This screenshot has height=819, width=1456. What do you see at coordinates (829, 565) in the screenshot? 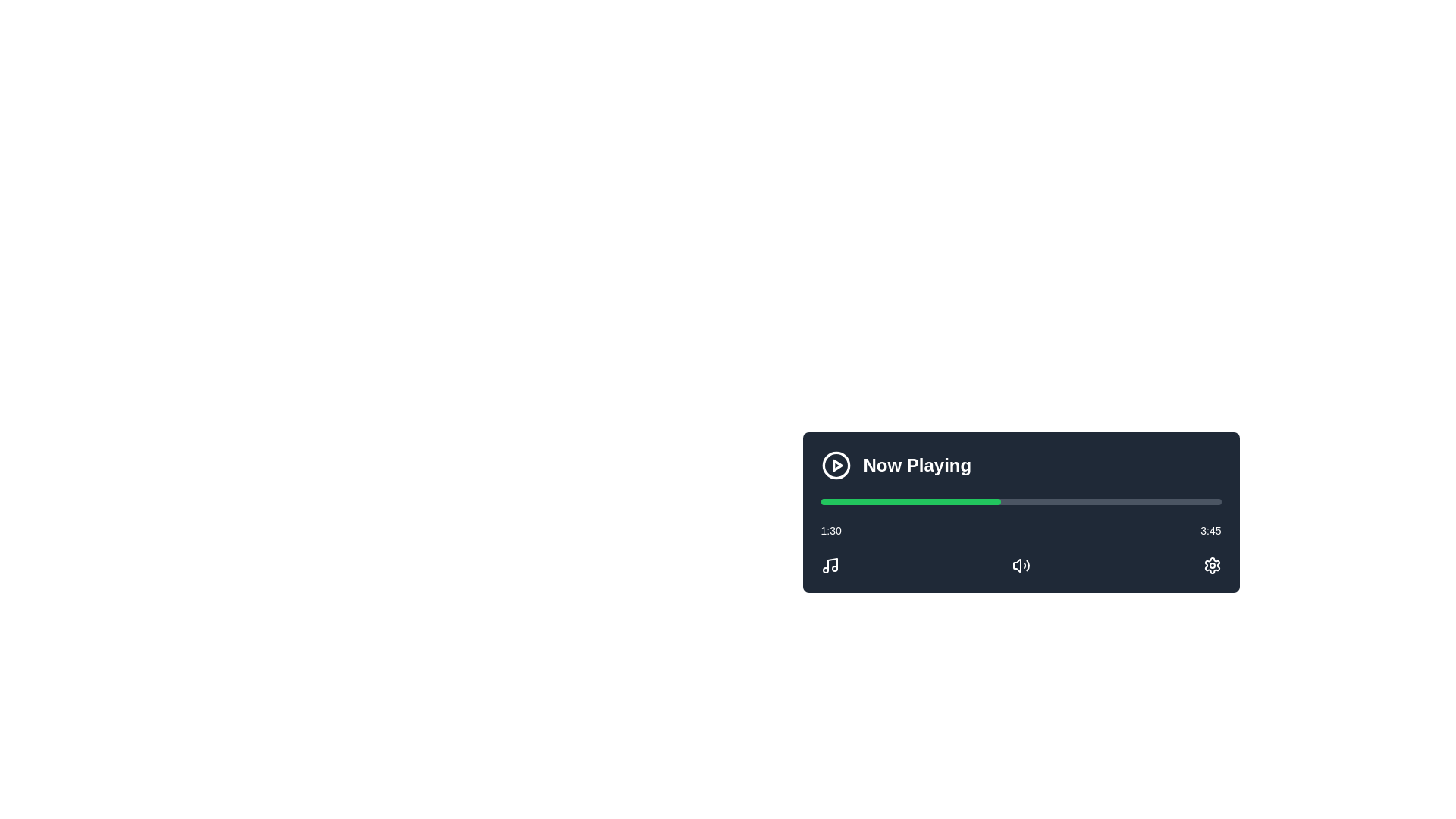
I see `the music icon represented by two quarter notes, which is the first button in a group of three icons at the bottom left corner of the audio player interface` at bounding box center [829, 565].